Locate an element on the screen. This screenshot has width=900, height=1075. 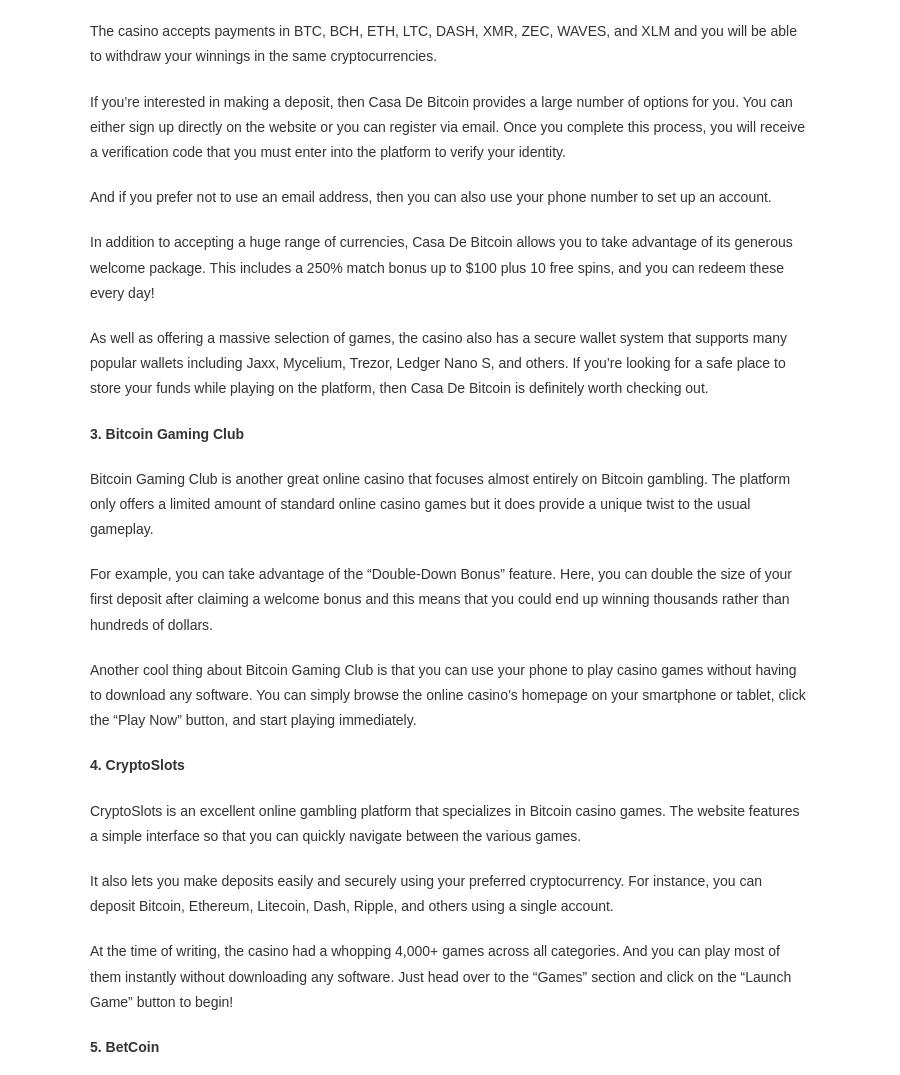
'At the time of writing, the casino had a whopping 4,000+ games across all categories. And you can play most of them instantly without downloading any software. Just head over to the “Games” section and click on the “Launch Game” button to begin!' is located at coordinates (440, 975).